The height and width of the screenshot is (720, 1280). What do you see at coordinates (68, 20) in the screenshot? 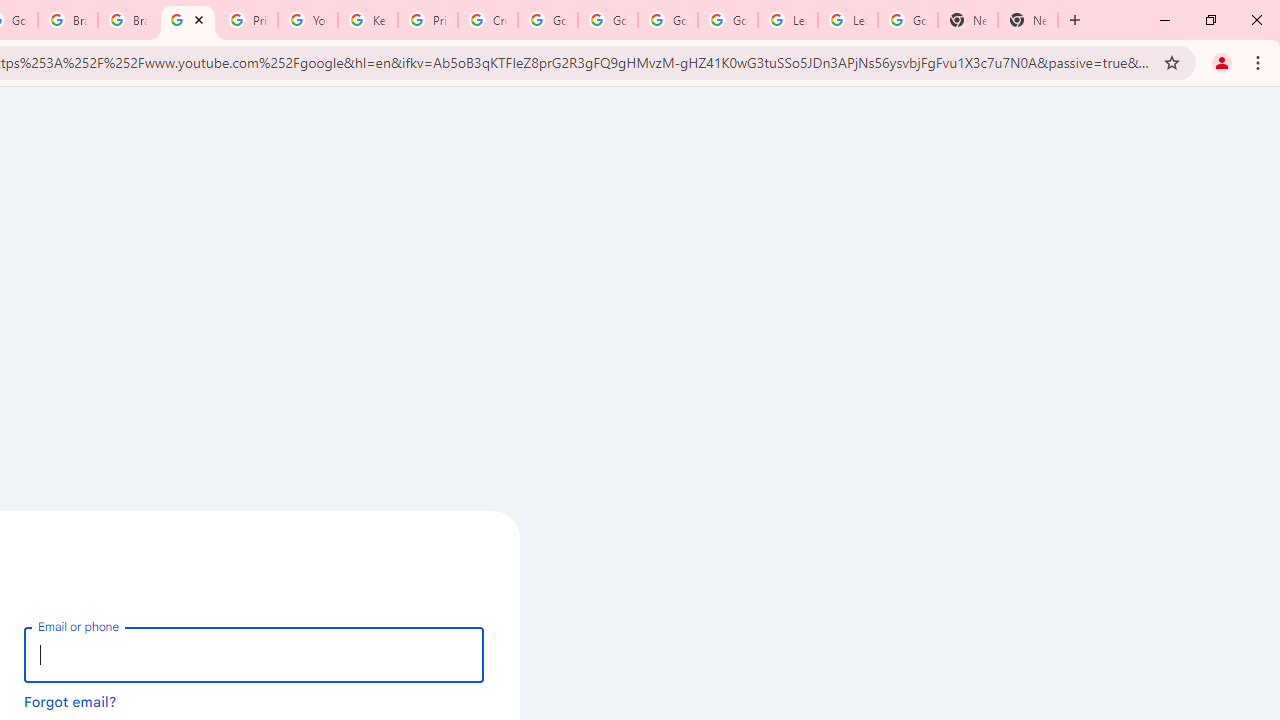
I see `'Brand Resource Center'` at bounding box center [68, 20].